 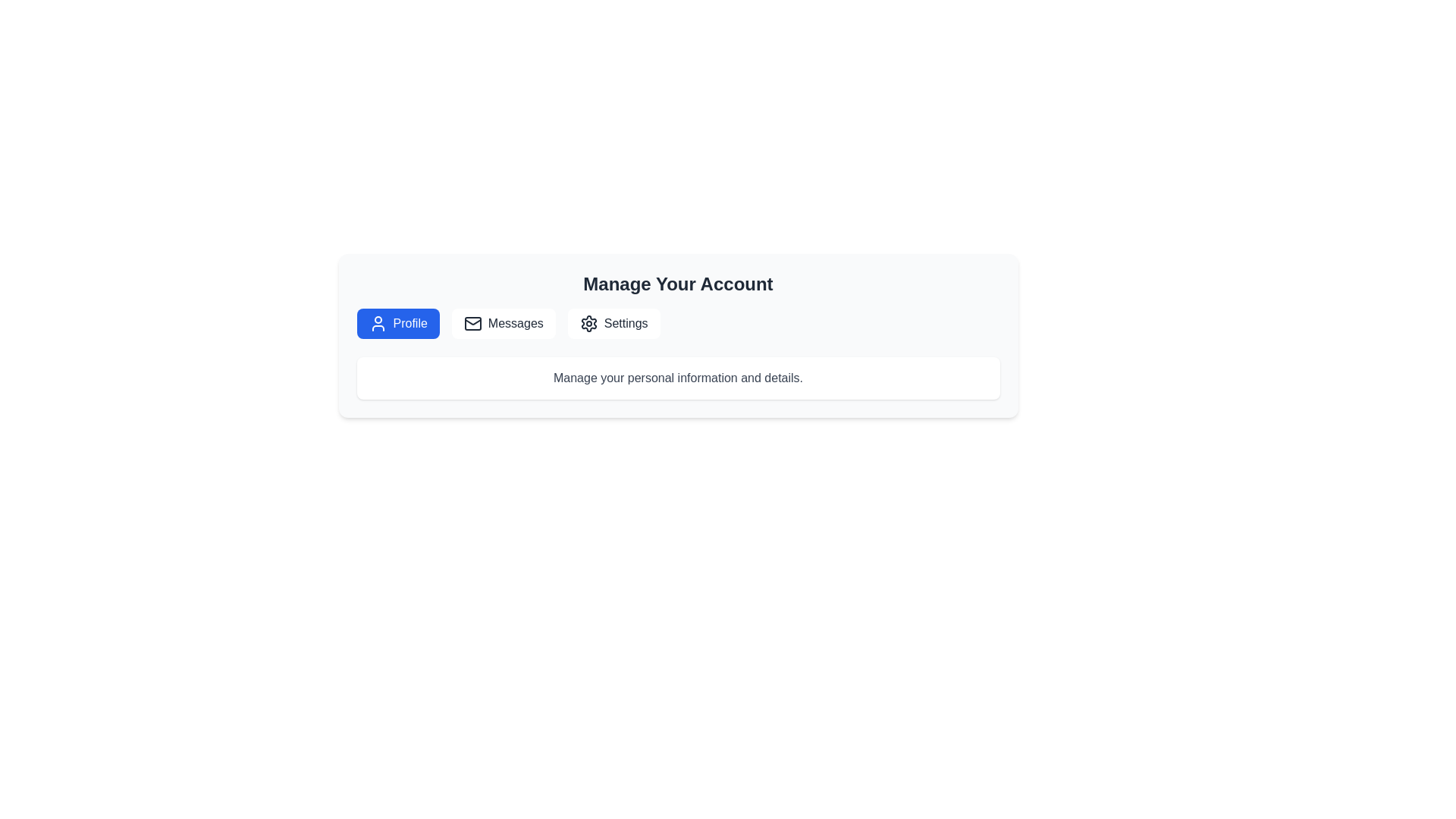 What do you see at coordinates (588, 323) in the screenshot?
I see `the 'Settings' icon located within the button group, positioned to the left of the 'Settings' text` at bounding box center [588, 323].